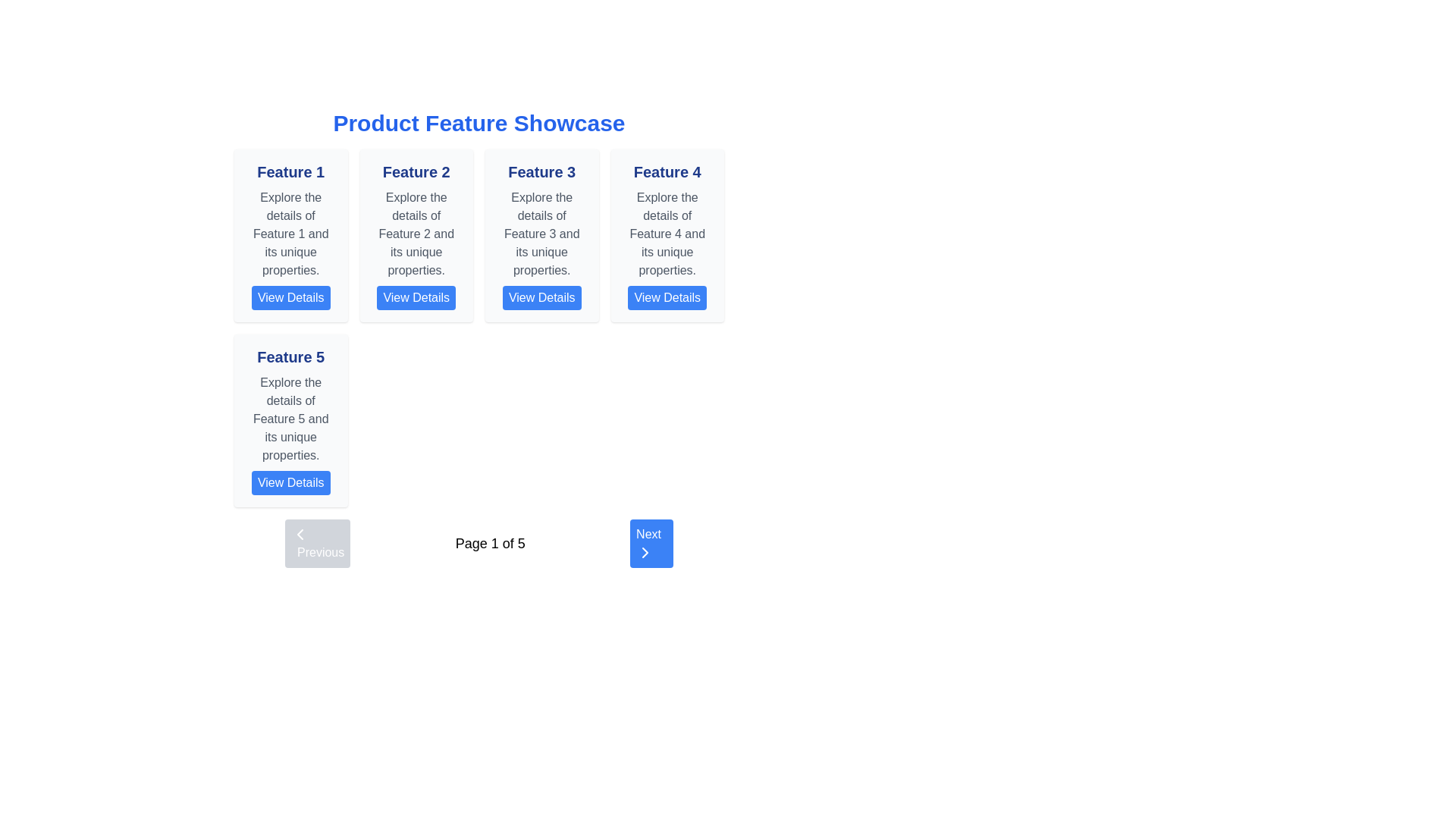 This screenshot has height=819, width=1456. I want to click on descriptive text block summarizing the characteristics and purpose of Feature 3, which is located below its header and above an interactive button in the third column of feature cards, so click(541, 234).